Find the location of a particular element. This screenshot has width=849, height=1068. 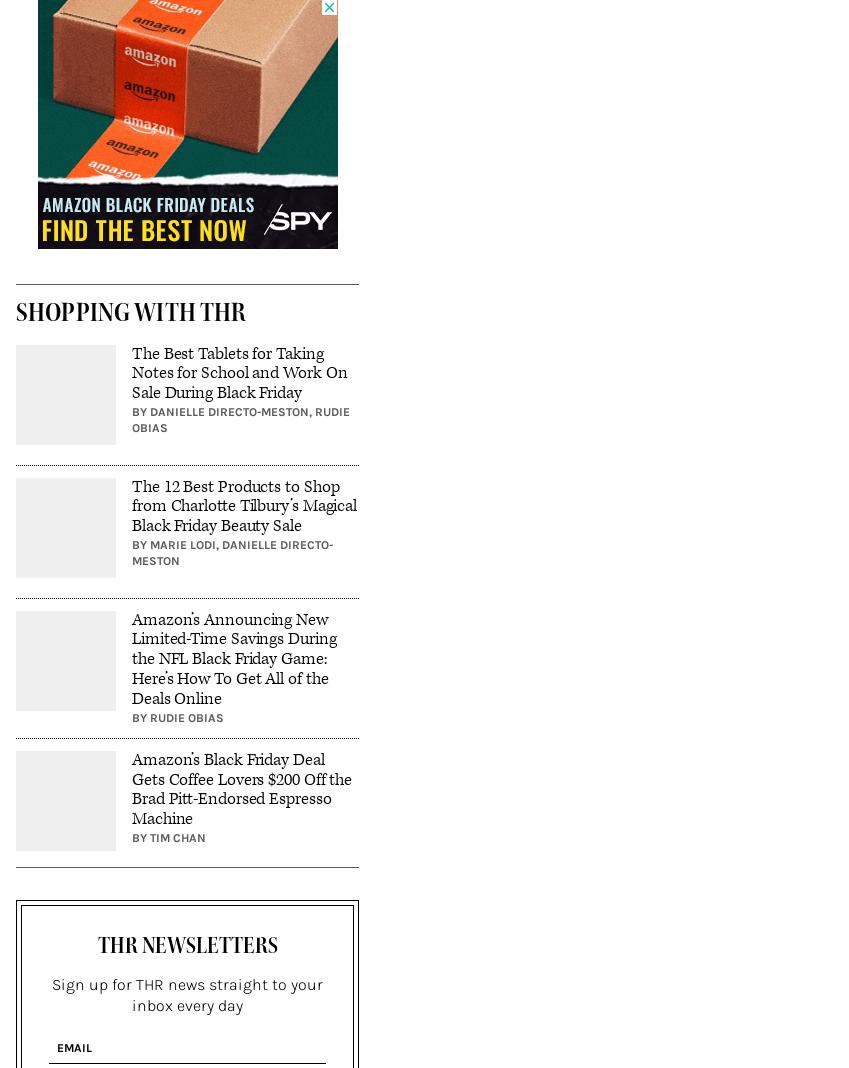

'Amazon’s Announcing New Limited-Time Savings During the NFL Black Friday Game: Here’s How To Get All of the Deals Online' is located at coordinates (131, 657).